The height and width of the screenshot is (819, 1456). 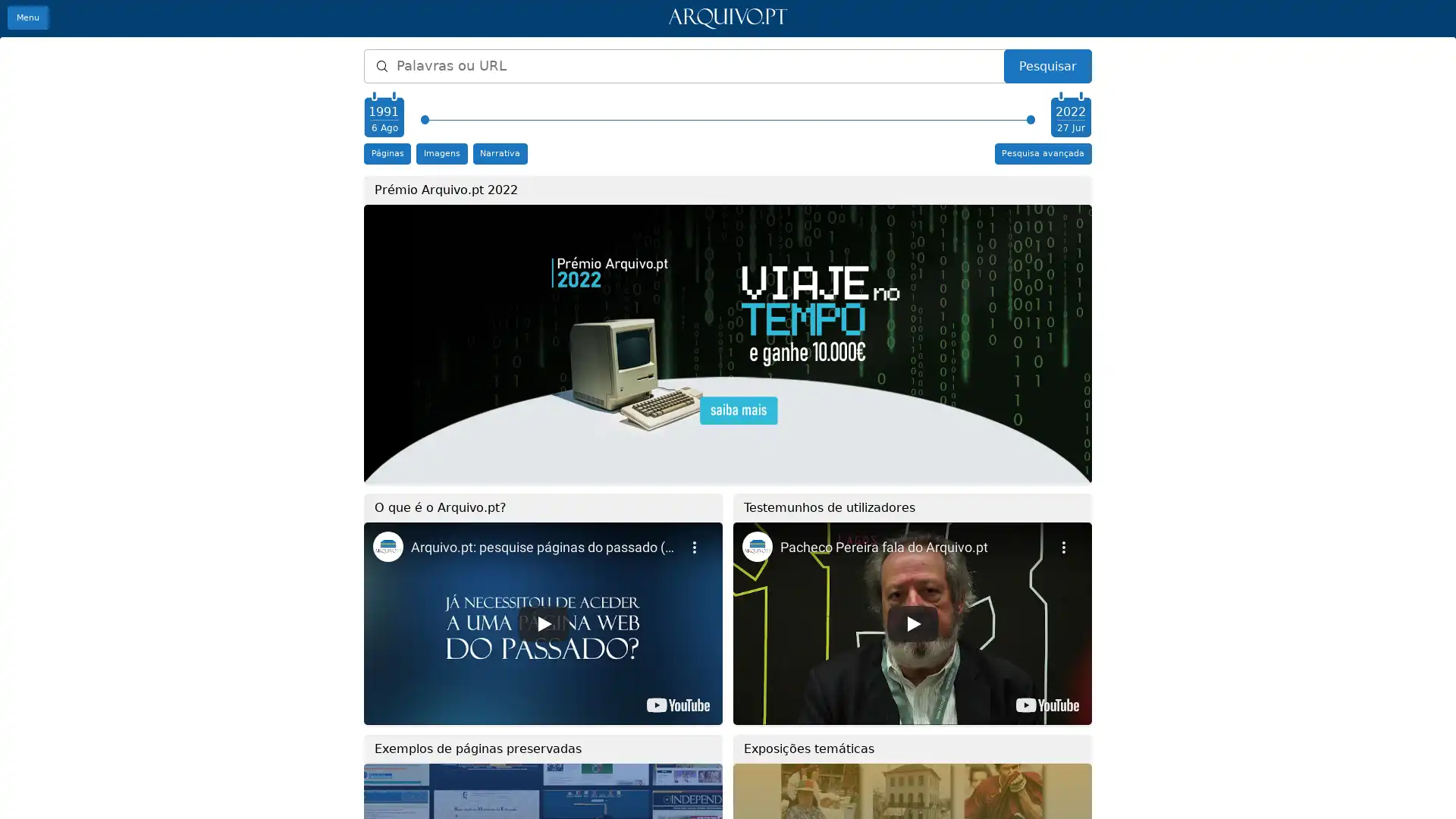 I want to click on Pesquisar, so click(x=1046, y=65).